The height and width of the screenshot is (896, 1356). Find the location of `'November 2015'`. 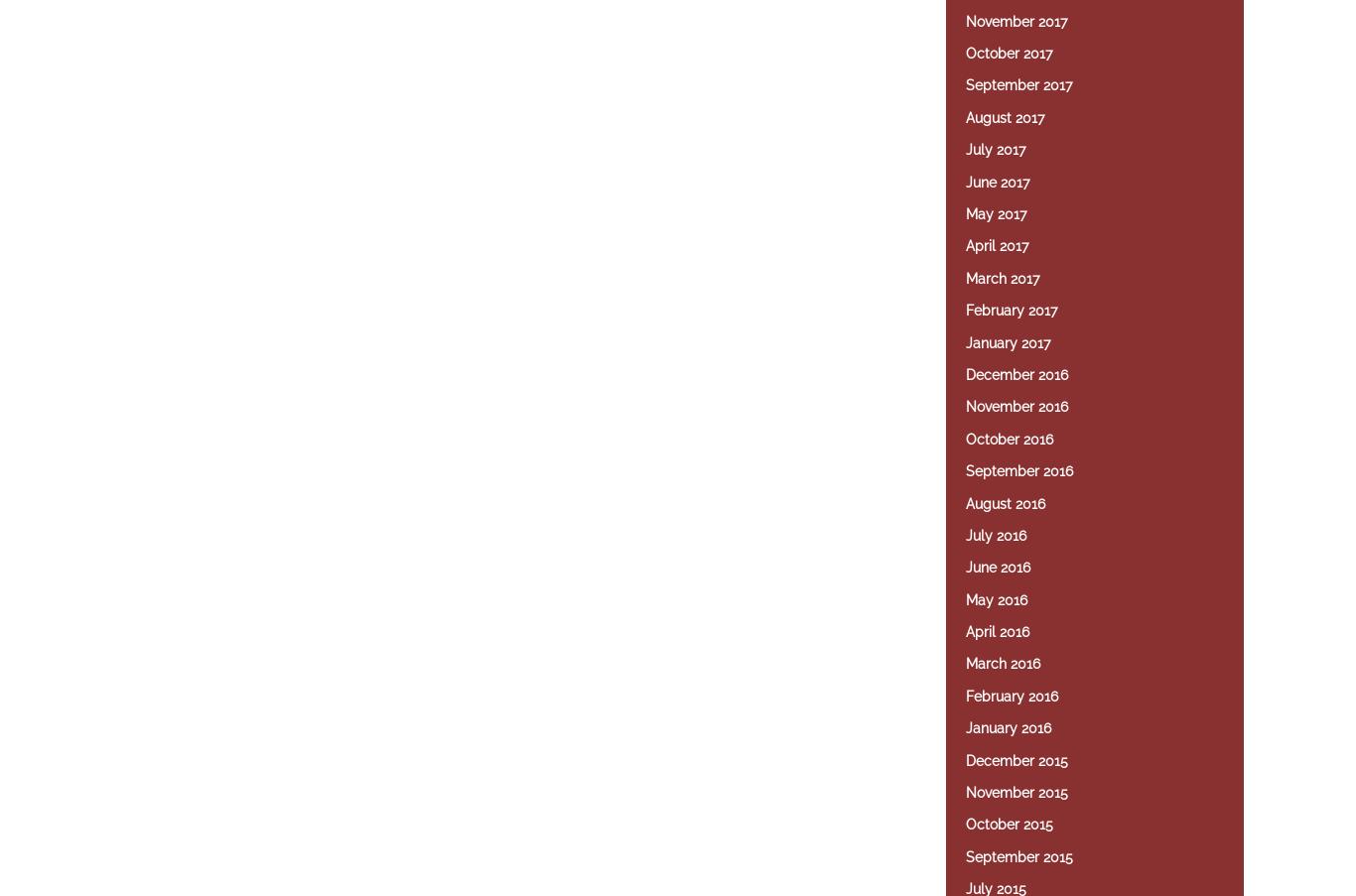

'November 2015' is located at coordinates (1017, 791).